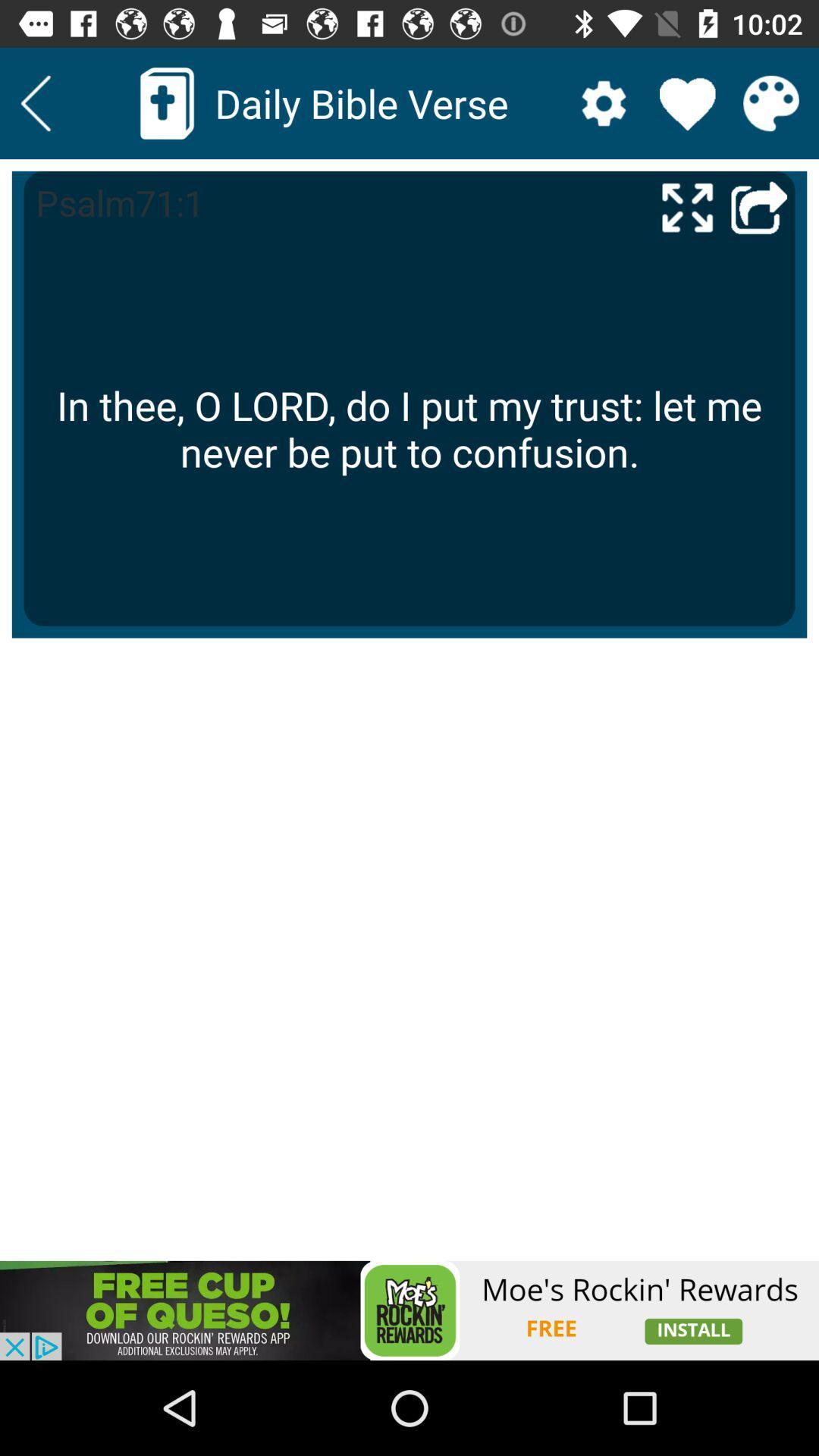 The width and height of the screenshot is (819, 1456). I want to click on the emoji icon, so click(771, 102).